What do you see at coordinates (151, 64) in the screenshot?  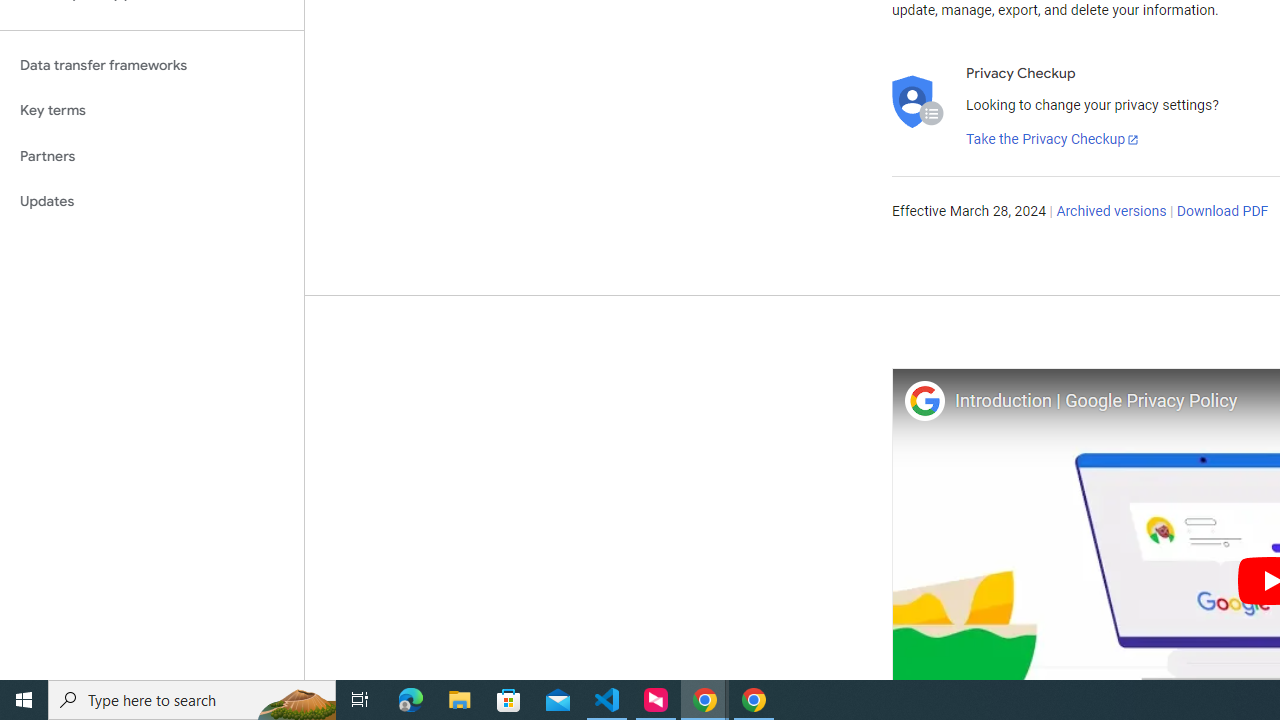 I see `'Data transfer frameworks'` at bounding box center [151, 64].